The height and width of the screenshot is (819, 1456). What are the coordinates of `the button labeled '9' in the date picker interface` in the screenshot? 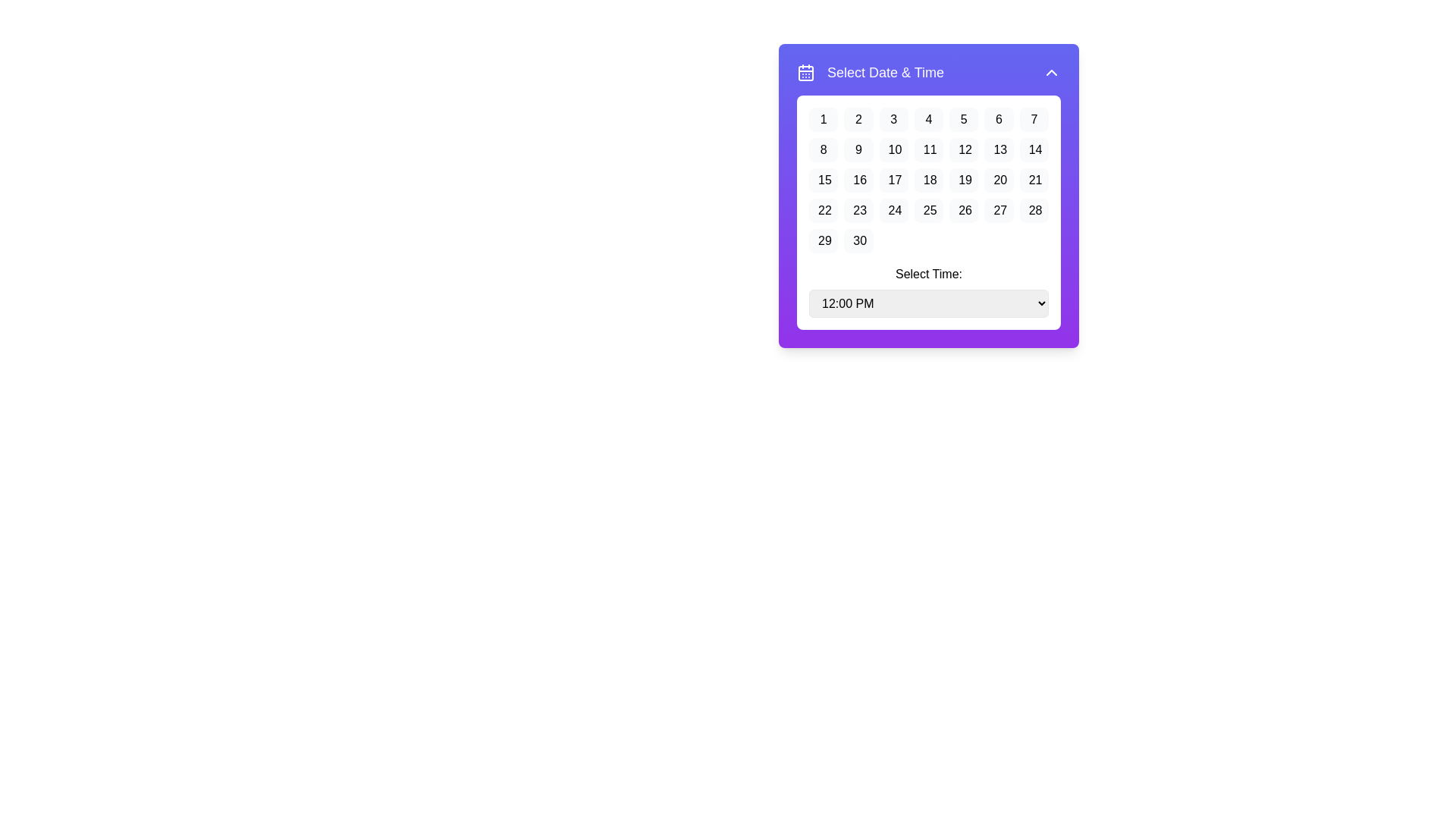 It's located at (858, 149).